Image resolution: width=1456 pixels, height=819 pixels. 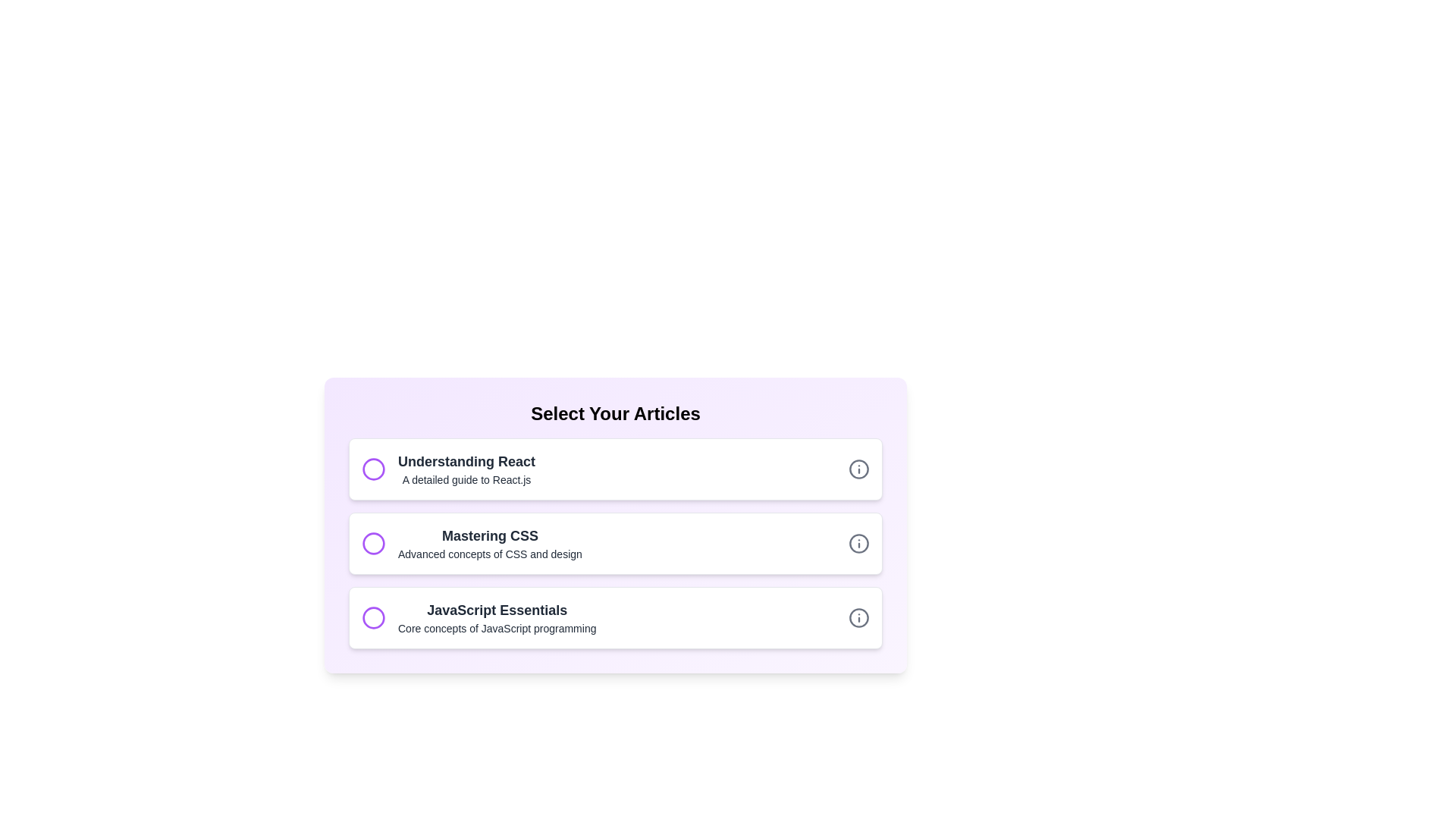 What do you see at coordinates (858, 543) in the screenshot?
I see `the info icon for the article titled 'Mastering CSS'` at bounding box center [858, 543].